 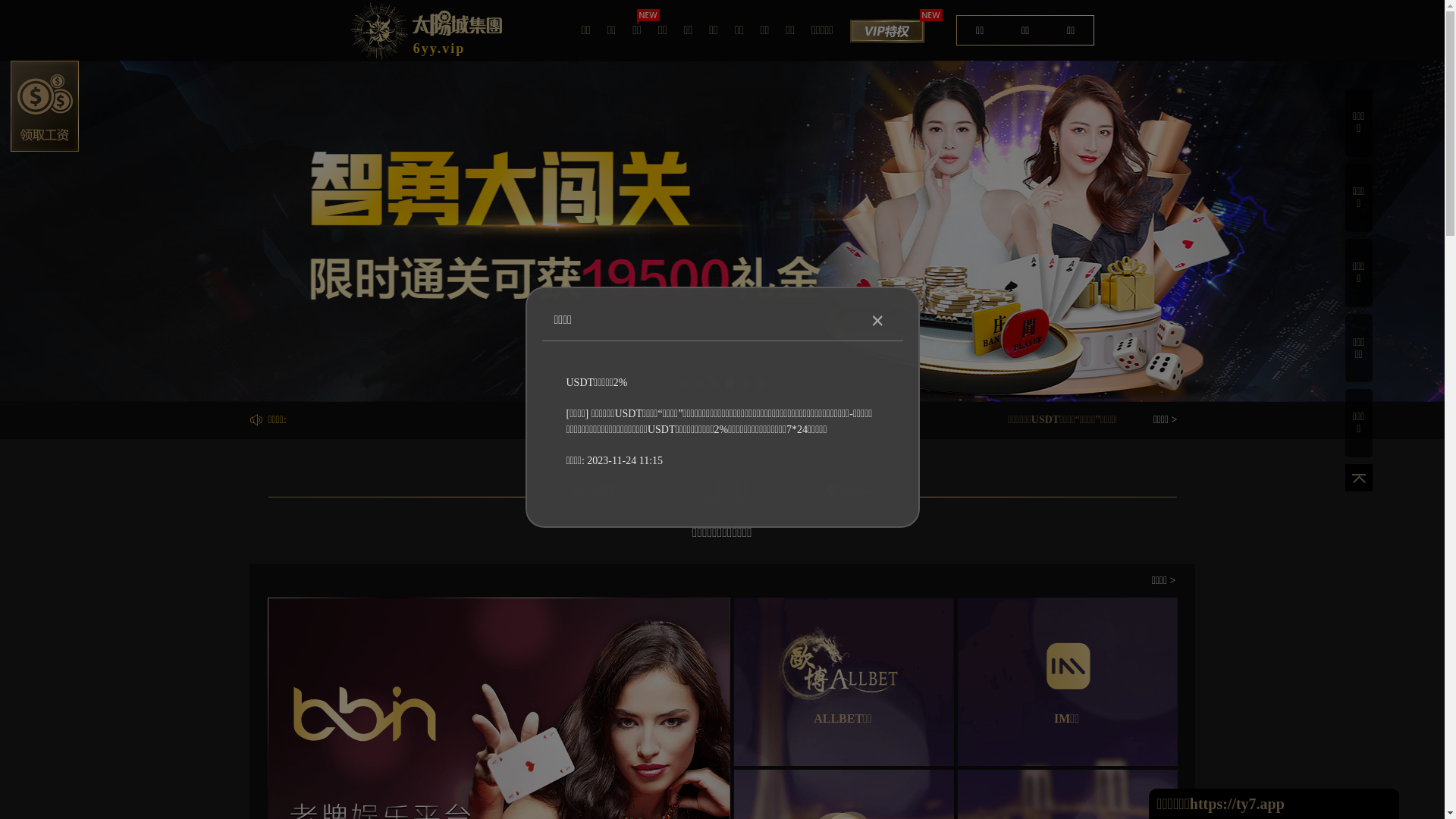 What do you see at coordinates (425, 30) in the screenshot?
I see `'6yy.vip'` at bounding box center [425, 30].